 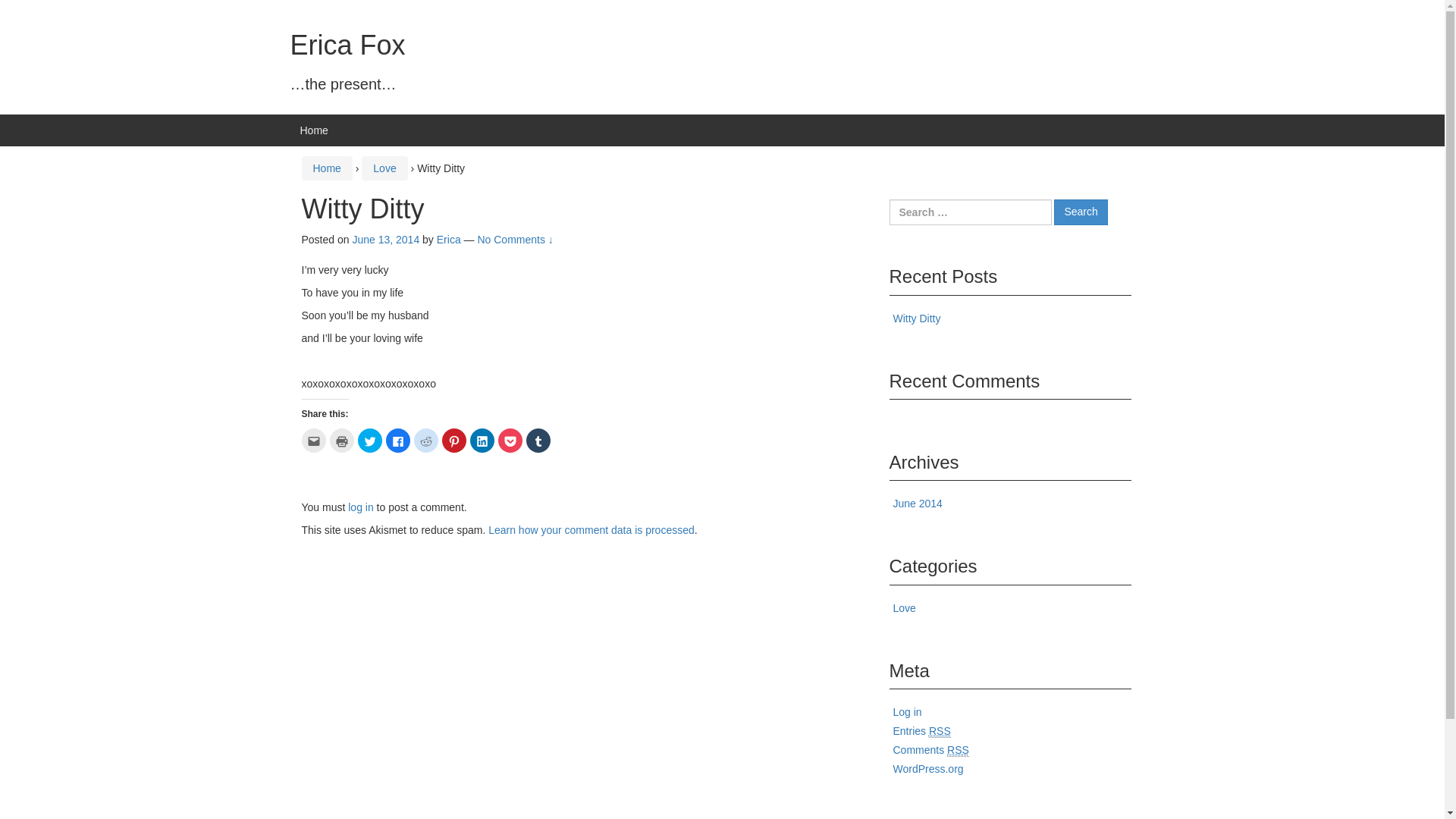 What do you see at coordinates (893, 730) in the screenshot?
I see `'Entries RSS'` at bounding box center [893, 730].